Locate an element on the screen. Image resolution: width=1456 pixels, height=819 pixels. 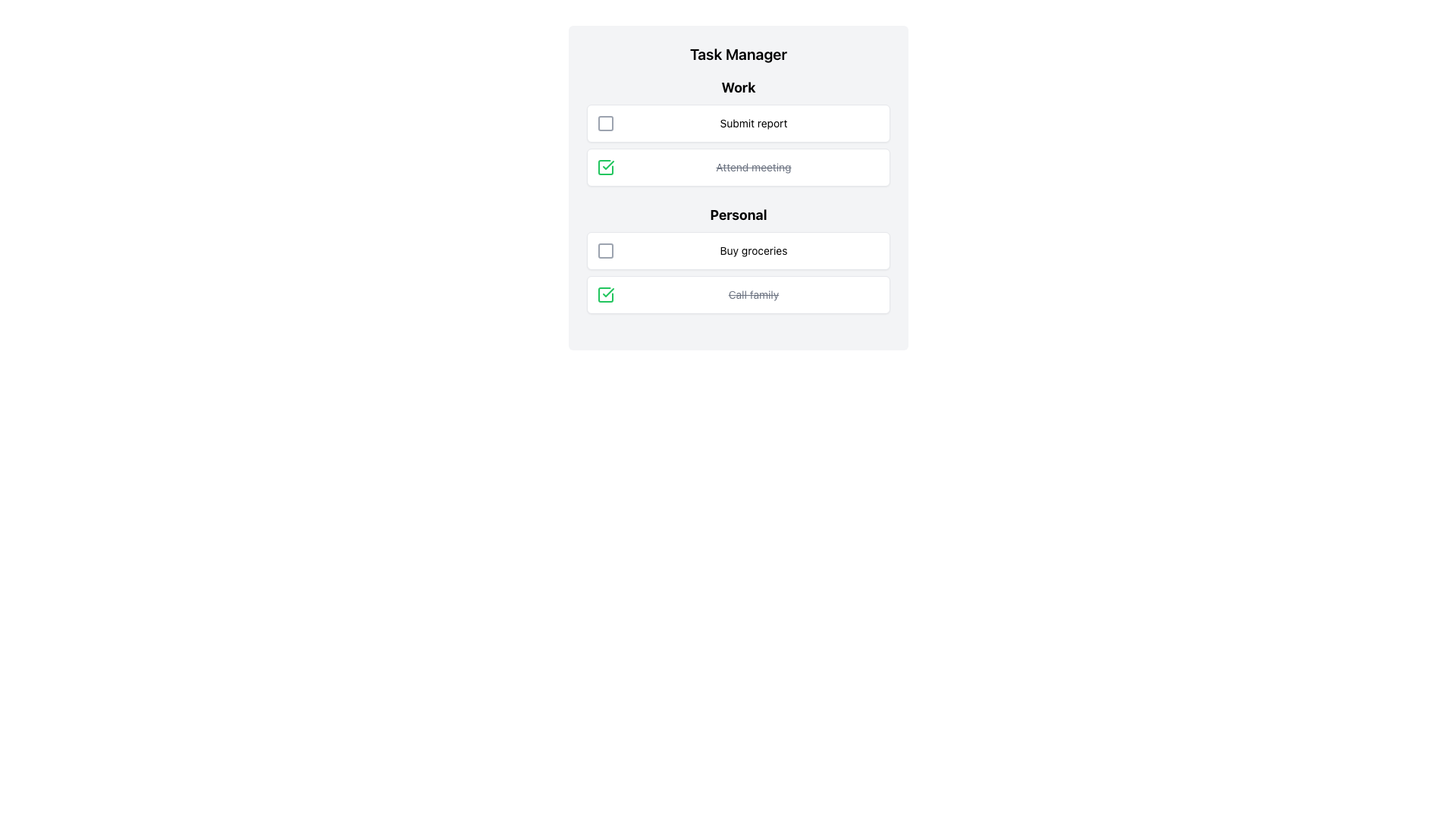
Text Label that serves as a title for the personal tasks, located beneath the 'Work' heading and preceding the list of personal duties is located at coordinates (739, 215).